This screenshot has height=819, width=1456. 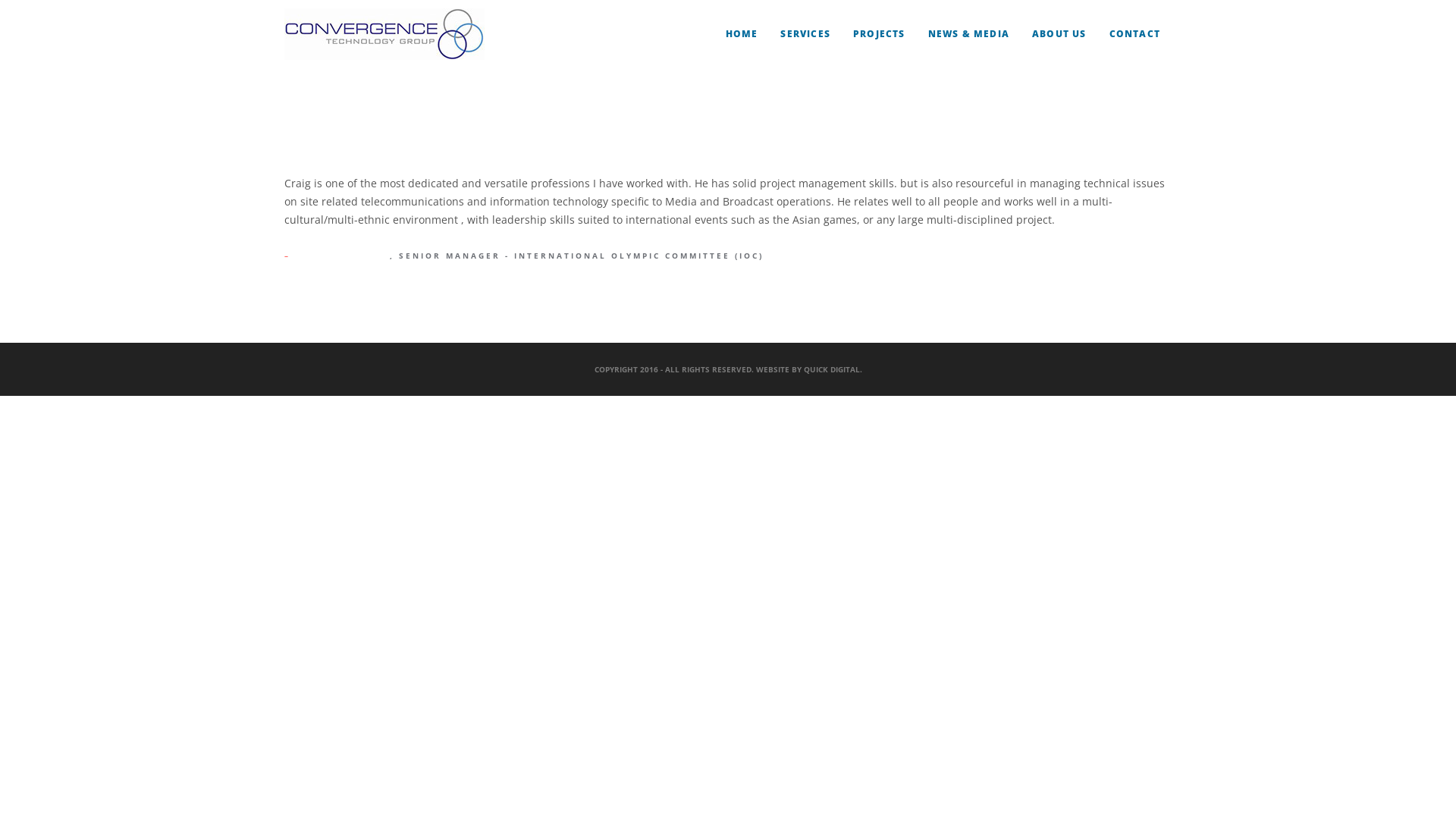 I want to click on 'PROJECTS', so click(x=852, y=34).